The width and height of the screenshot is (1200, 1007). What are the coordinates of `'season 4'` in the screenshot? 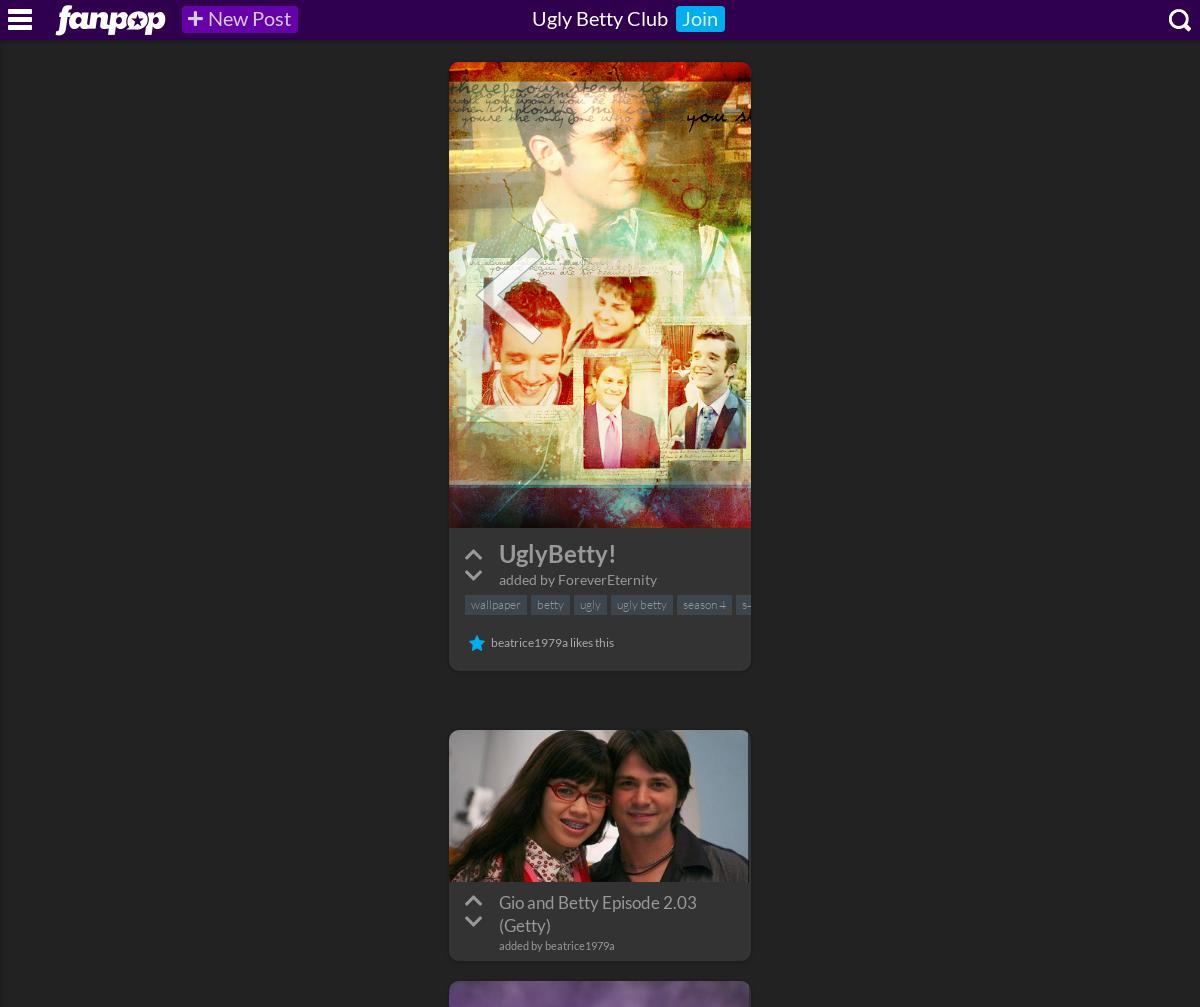 It's located at (683, 603).